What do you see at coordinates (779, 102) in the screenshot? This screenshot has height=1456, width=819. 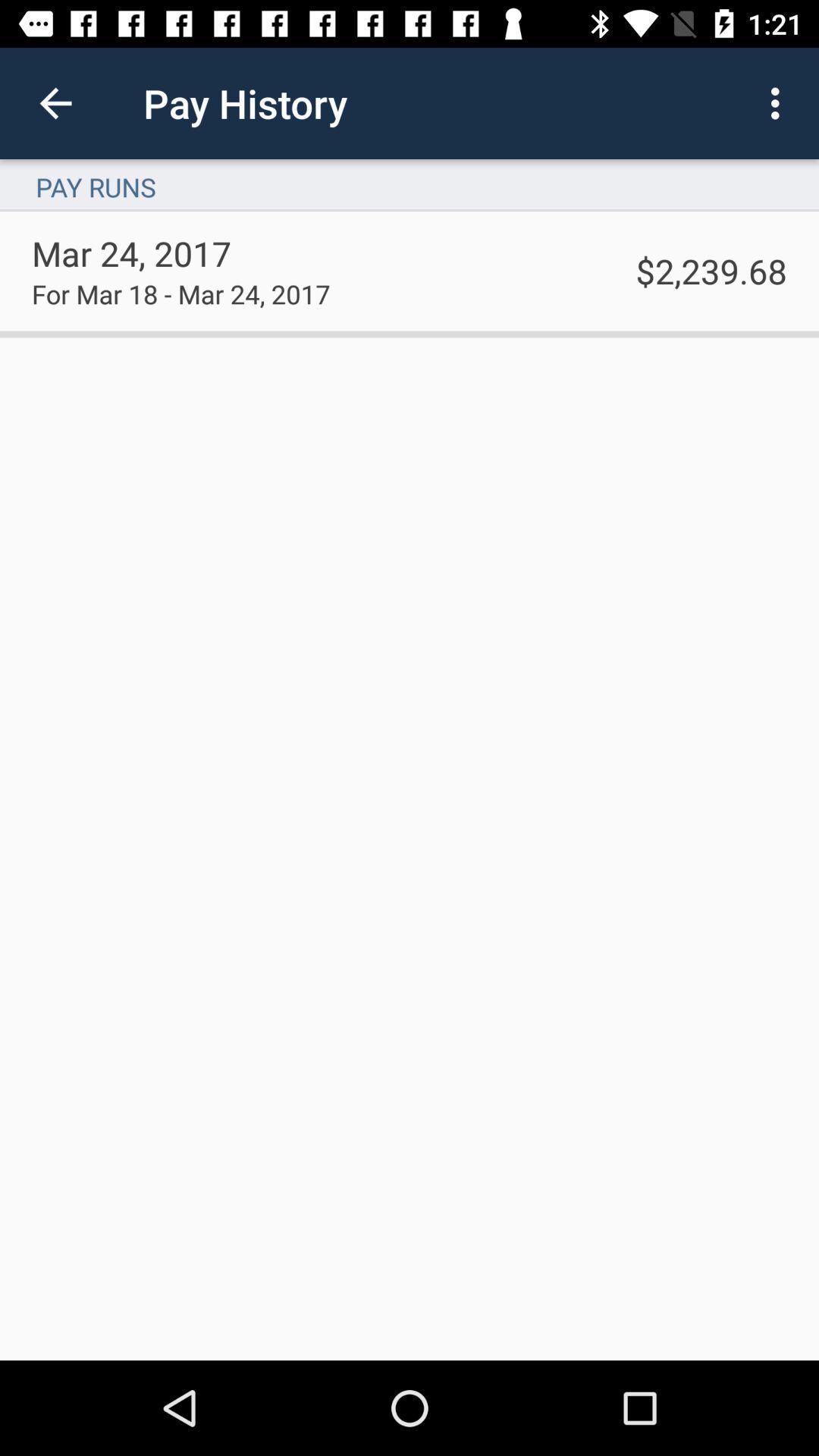 I see `the item to the right of pay history icon` at bounding box center [779, 102].